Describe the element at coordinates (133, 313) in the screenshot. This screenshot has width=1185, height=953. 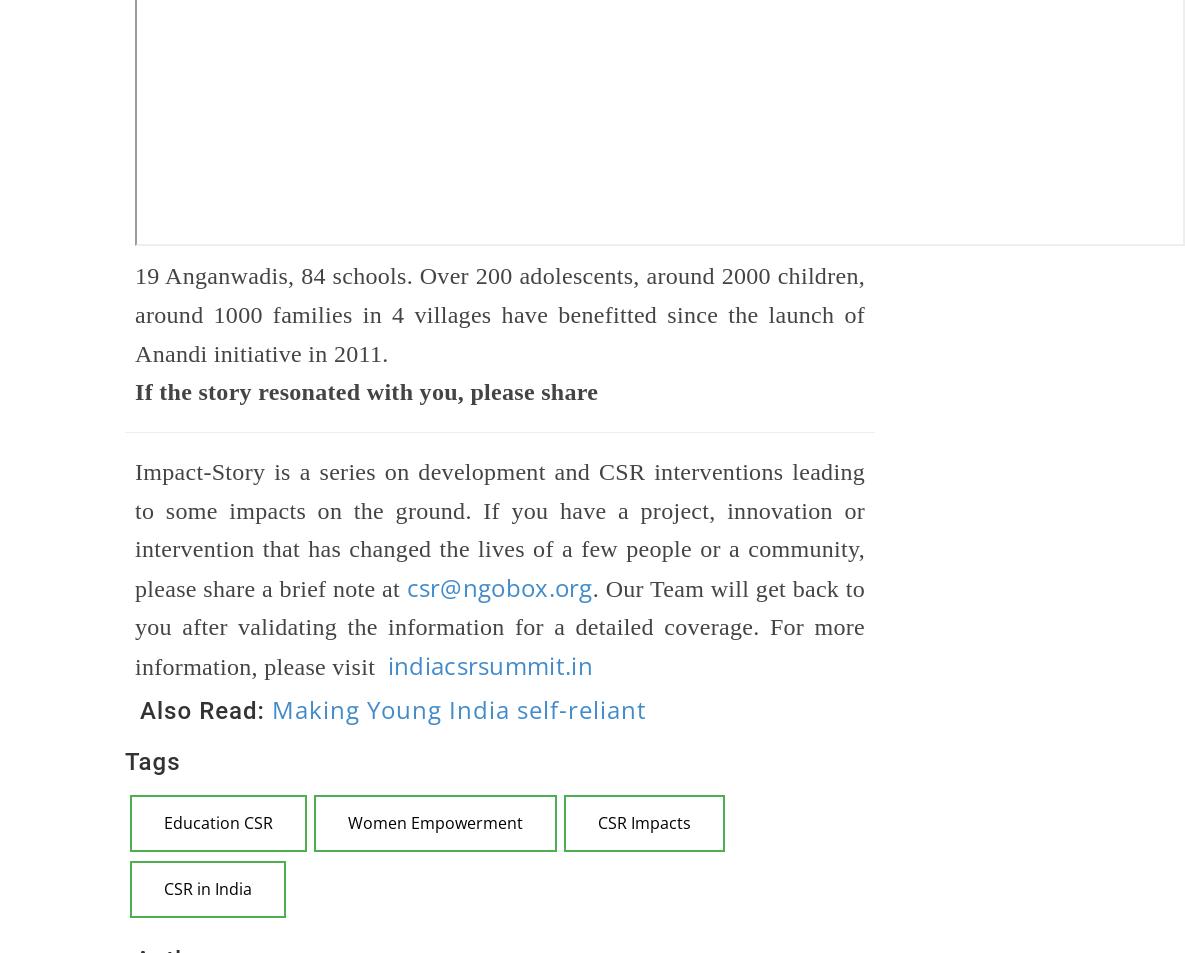
I see `'19 Anganwadis, 84 schools. Over 200 adolescents, around 2000 children, around 1000 families in 4 villages have benefitted since the launch of Anandi initiative in 2011.'` at that location.